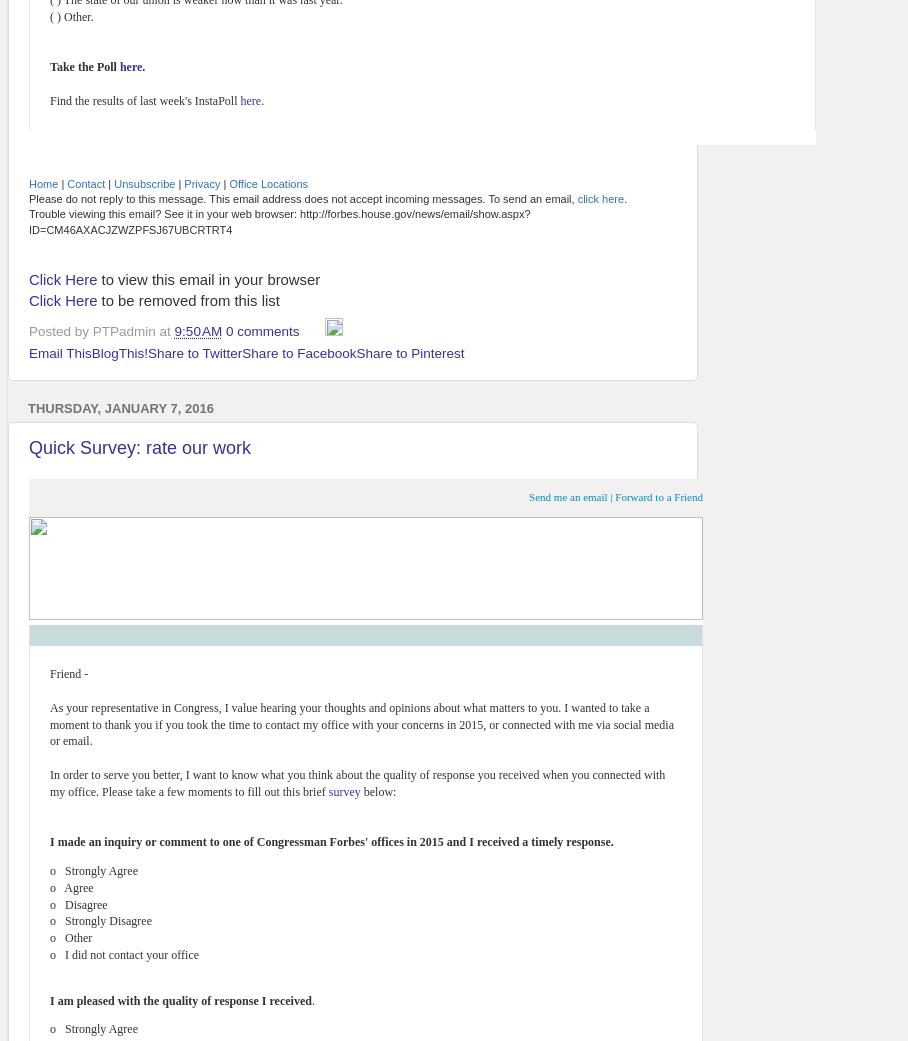  What do you see at coordinates (77, 903) in the screenshot?
I see `'o   Disagree'` at bounding box center [77, 903].